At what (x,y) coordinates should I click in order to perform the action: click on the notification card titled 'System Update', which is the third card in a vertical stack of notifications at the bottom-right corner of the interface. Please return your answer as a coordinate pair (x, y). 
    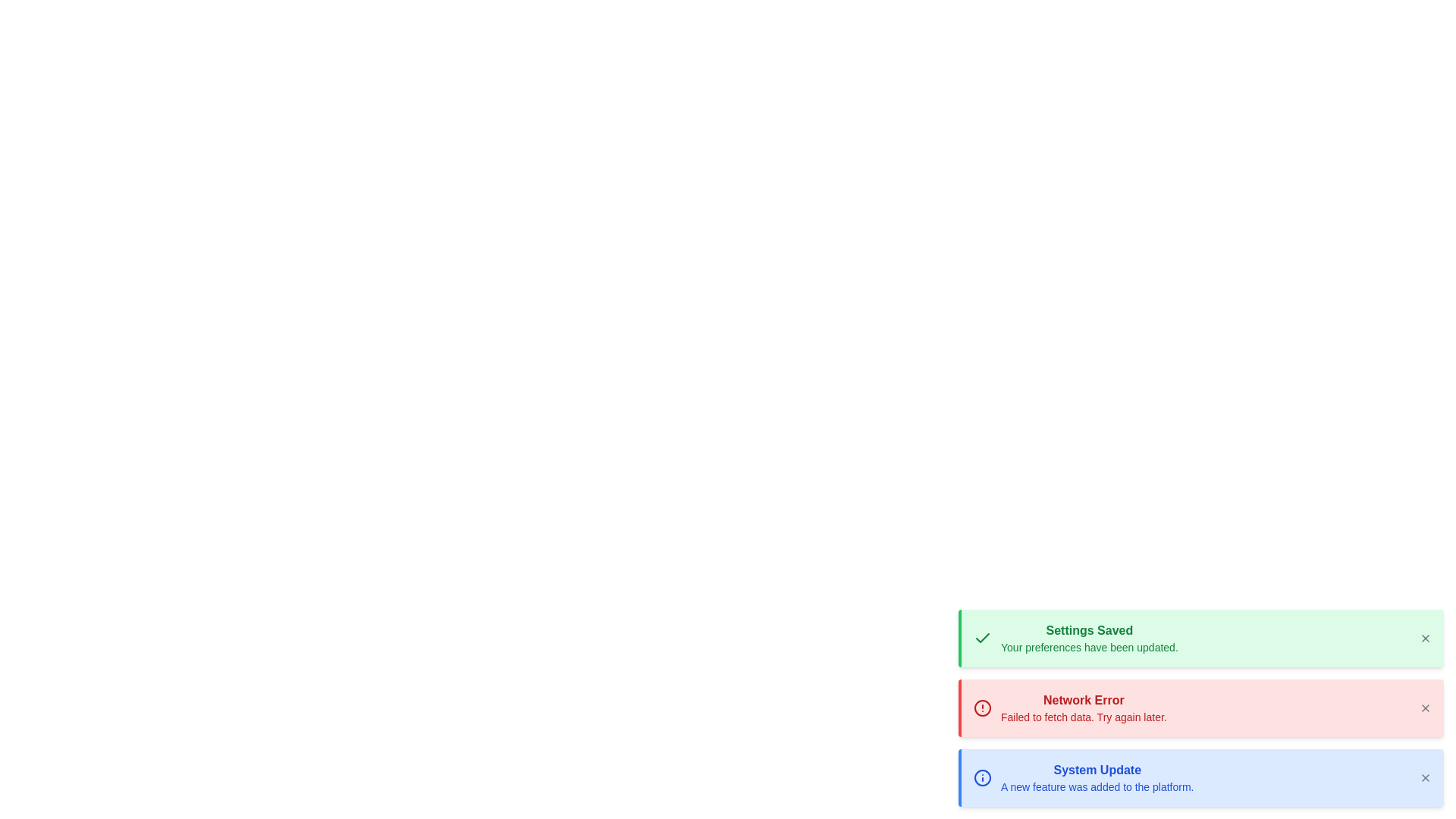
    Looking at the image, I should click on (1200, 778).